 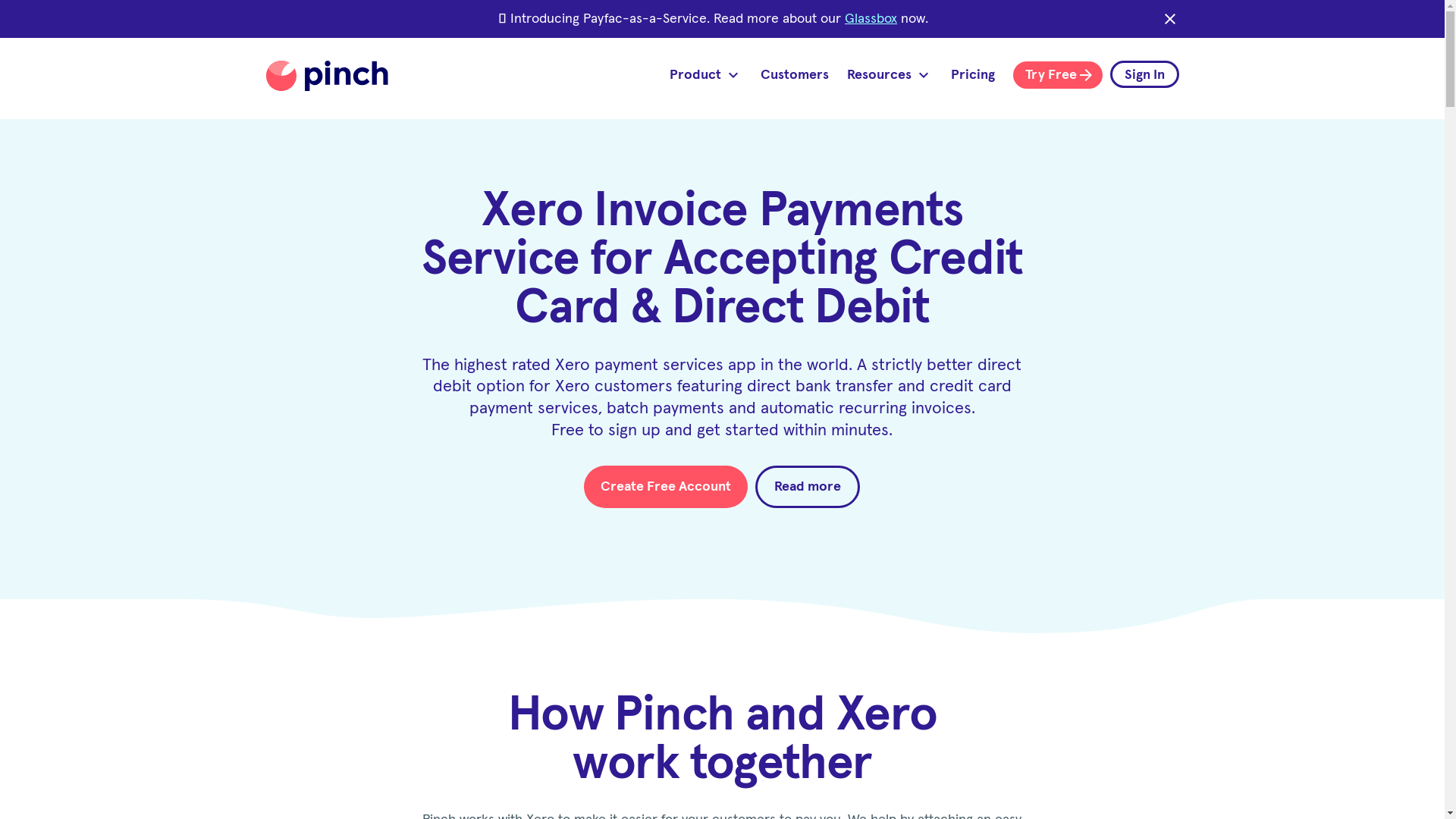 I want to click on 'Sign In', so click(x=1110, y=74).